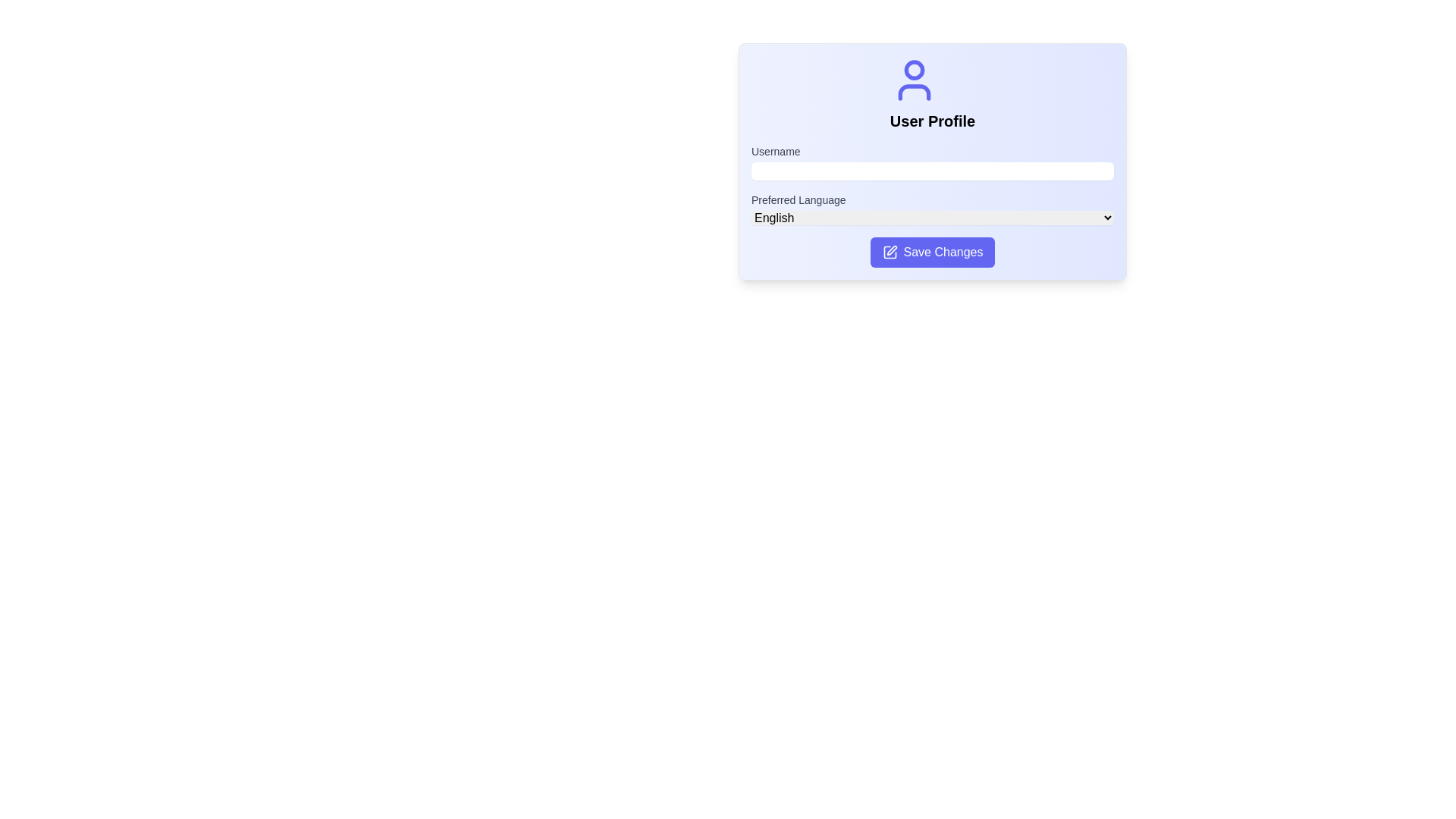  Describe the element at coordinates (931, 218) in the screenshot. I see `an option from the dropdown menu labeled 'Preferred Language' that displays 'English' as the currently selected option` at that location.